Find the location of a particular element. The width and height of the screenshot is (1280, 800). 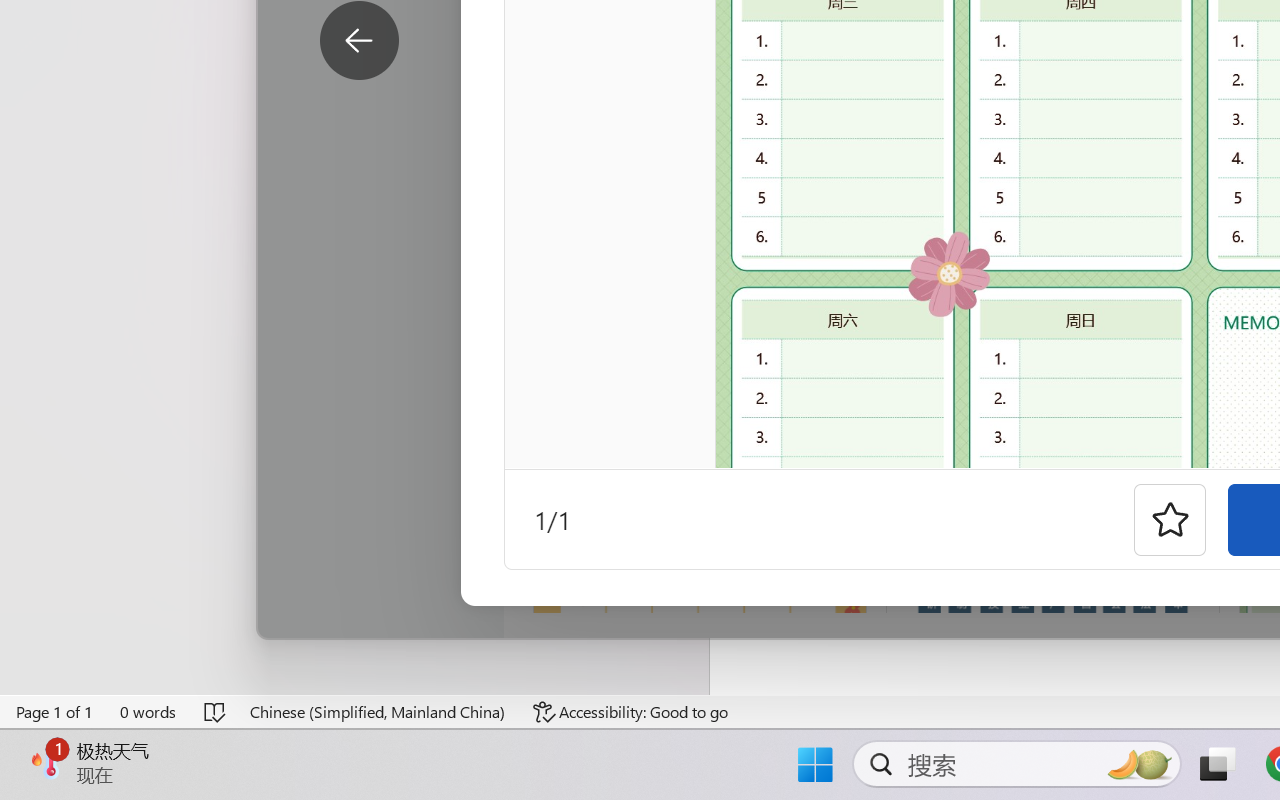

'Language Chinese (Simplified, Mainland China)' is located at coordinates (378, 711).